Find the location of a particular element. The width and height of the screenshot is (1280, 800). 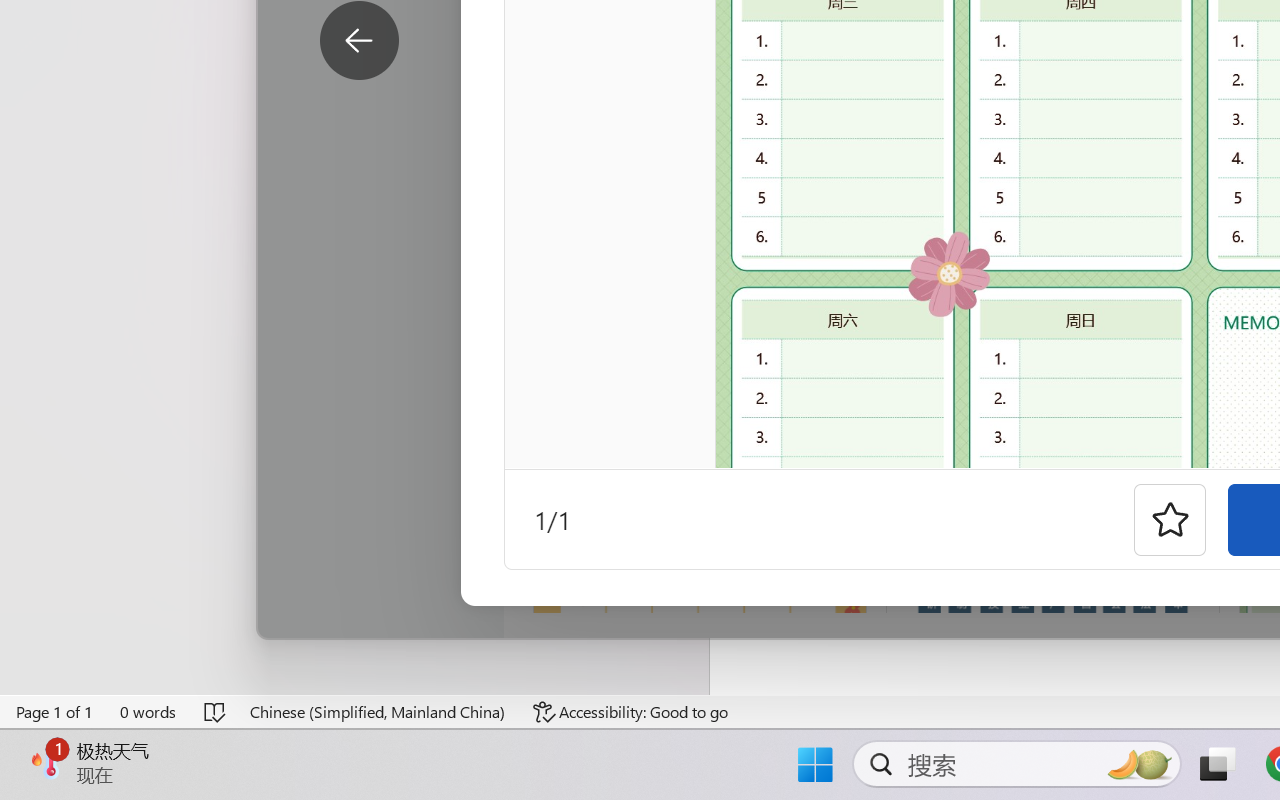

'Language Chinese (Simplified, Mainland China)' is located at coordinates (378, 711).